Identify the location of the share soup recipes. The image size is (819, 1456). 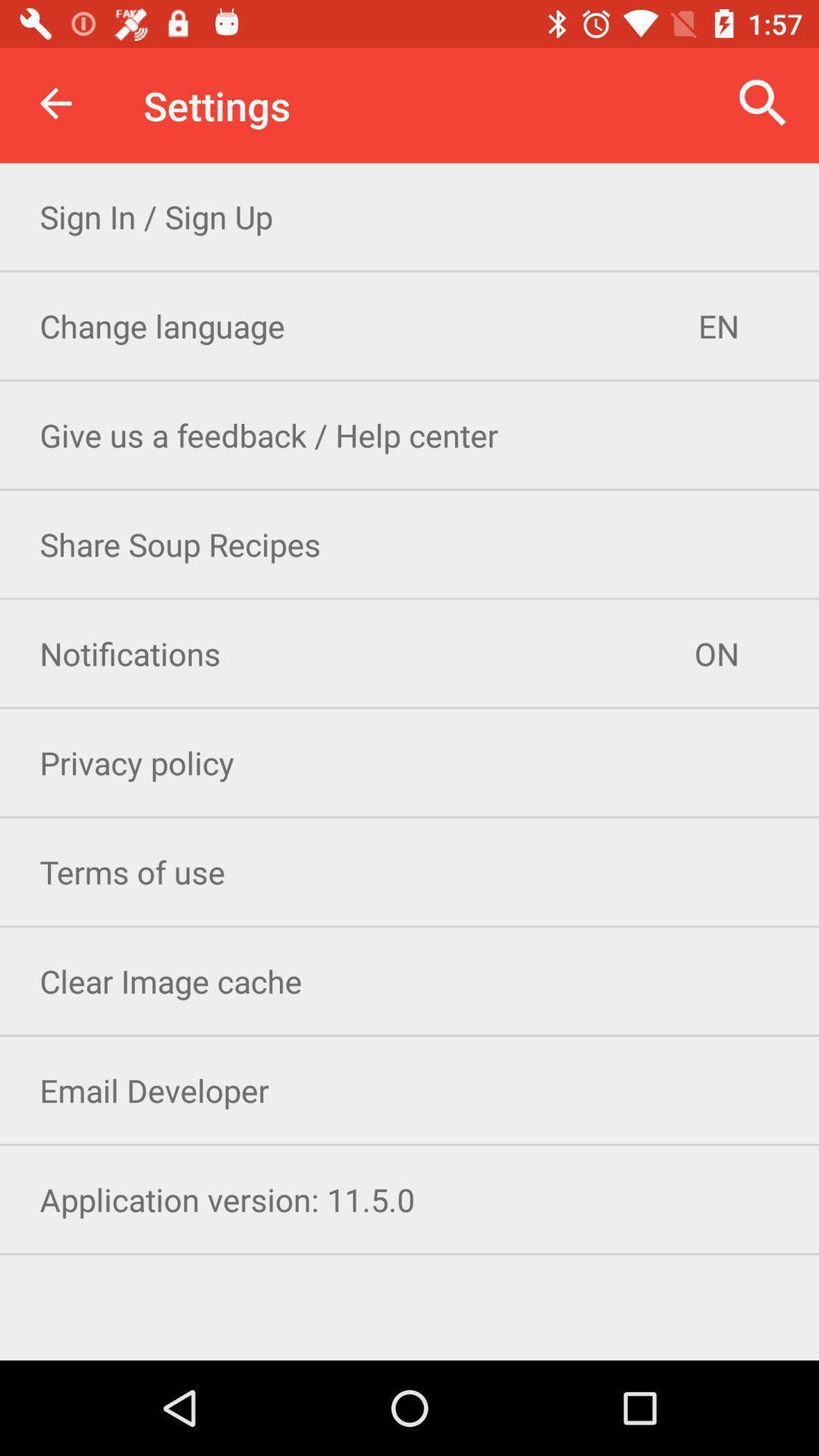
(409, 544).